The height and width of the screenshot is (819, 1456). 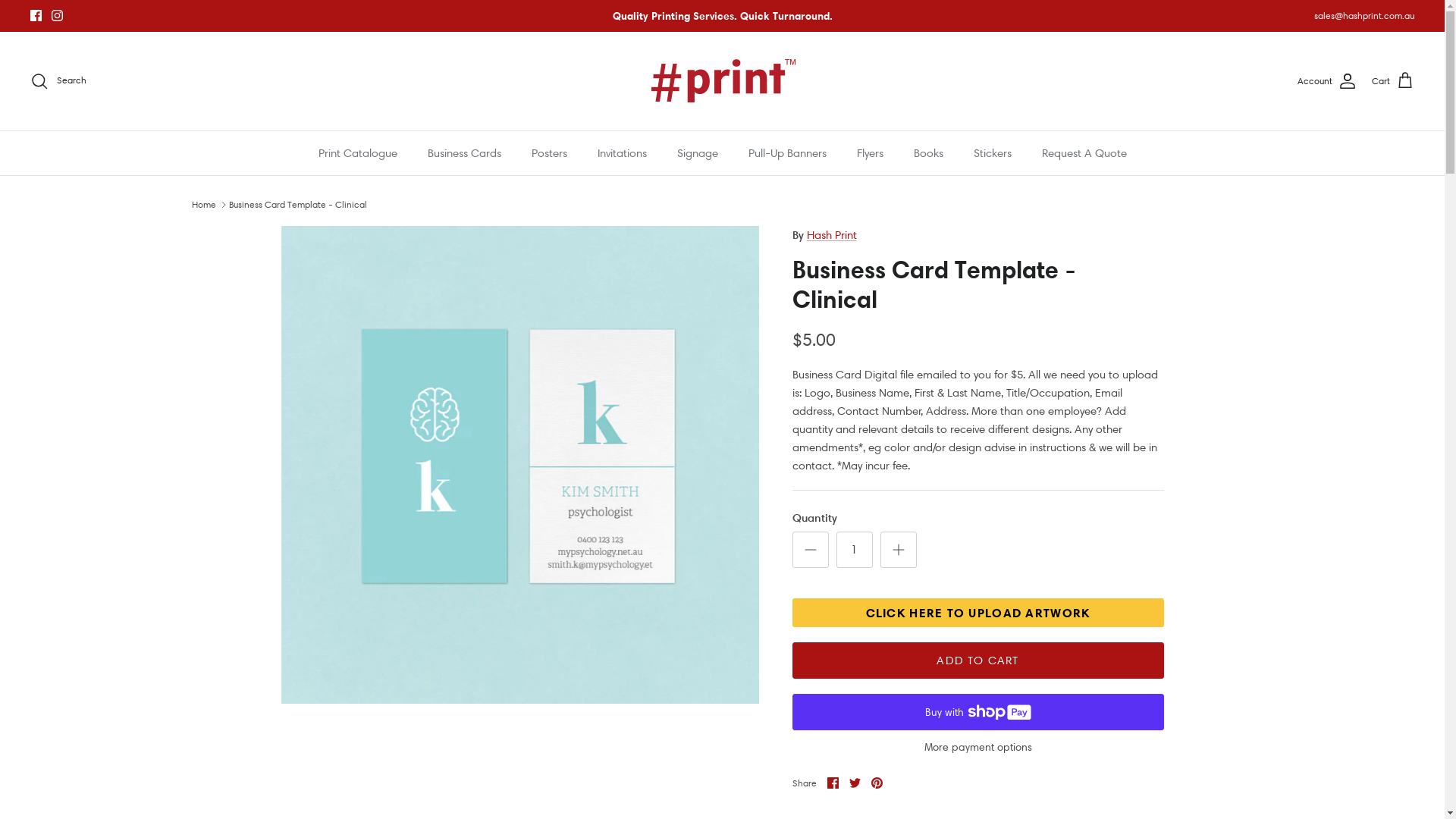 What do you see at coordinates (855, 783) in the screenshot?
I see `'Twitter` at bounding box center [855, 783].